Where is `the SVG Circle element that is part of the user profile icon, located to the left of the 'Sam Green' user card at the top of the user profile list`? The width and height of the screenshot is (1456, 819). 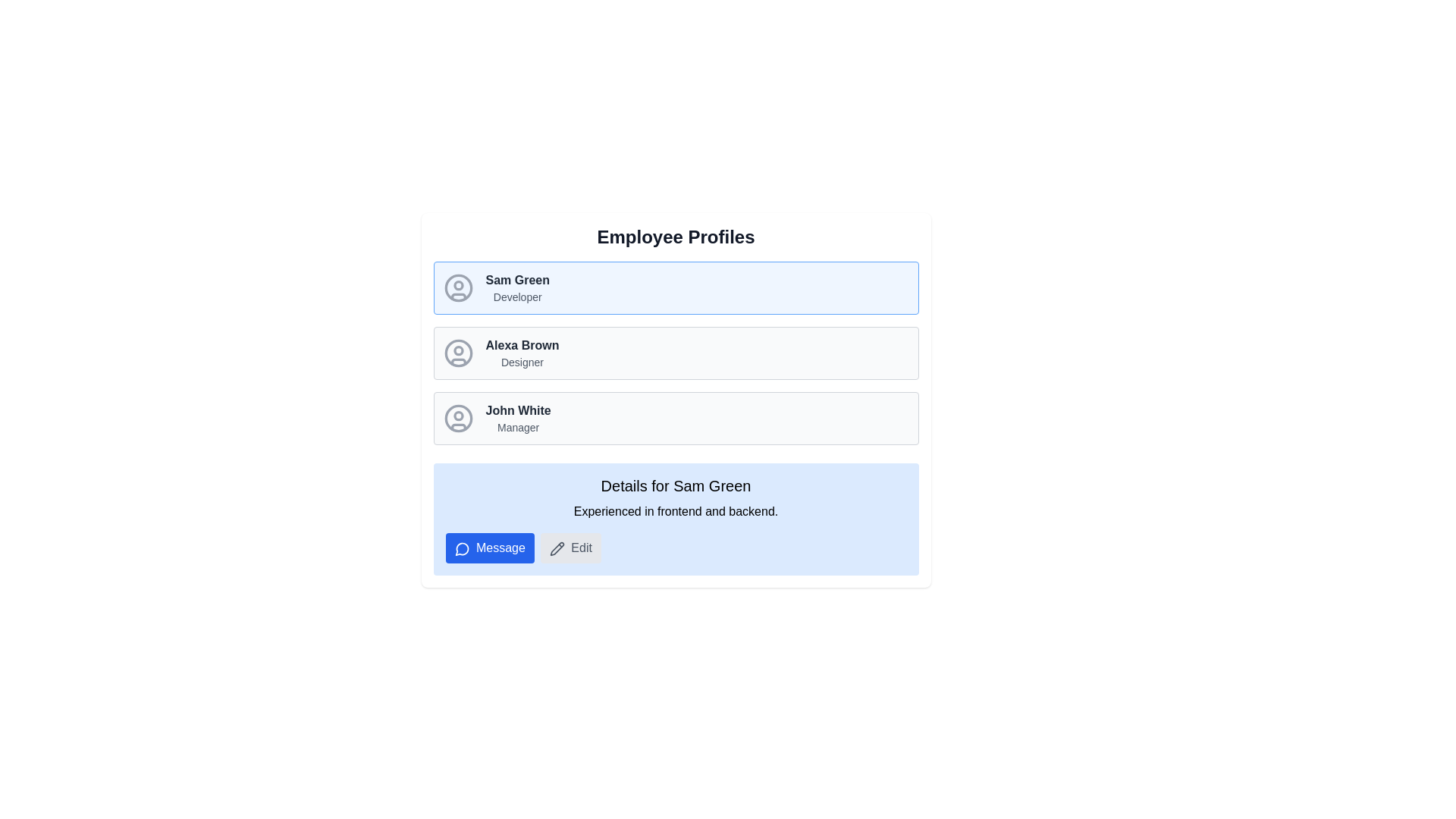 the SVG Circle element that is part of the user profile icon, located to the left of the 'Sam Green' user card at the top of the user profile list is located at coordinates (457, 416).